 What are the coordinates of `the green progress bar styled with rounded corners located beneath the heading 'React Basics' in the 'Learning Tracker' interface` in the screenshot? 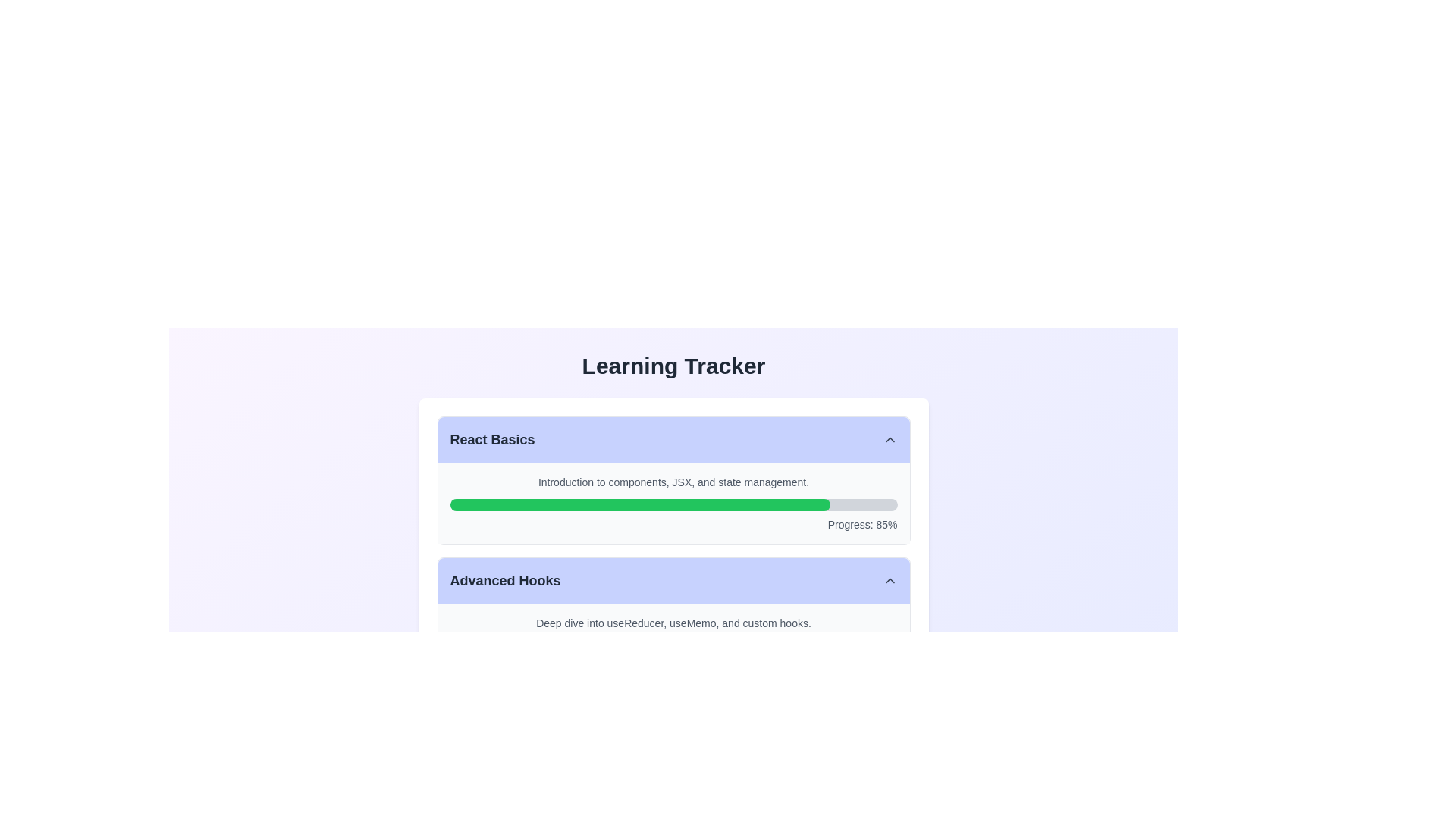 It's located at (640, 505).